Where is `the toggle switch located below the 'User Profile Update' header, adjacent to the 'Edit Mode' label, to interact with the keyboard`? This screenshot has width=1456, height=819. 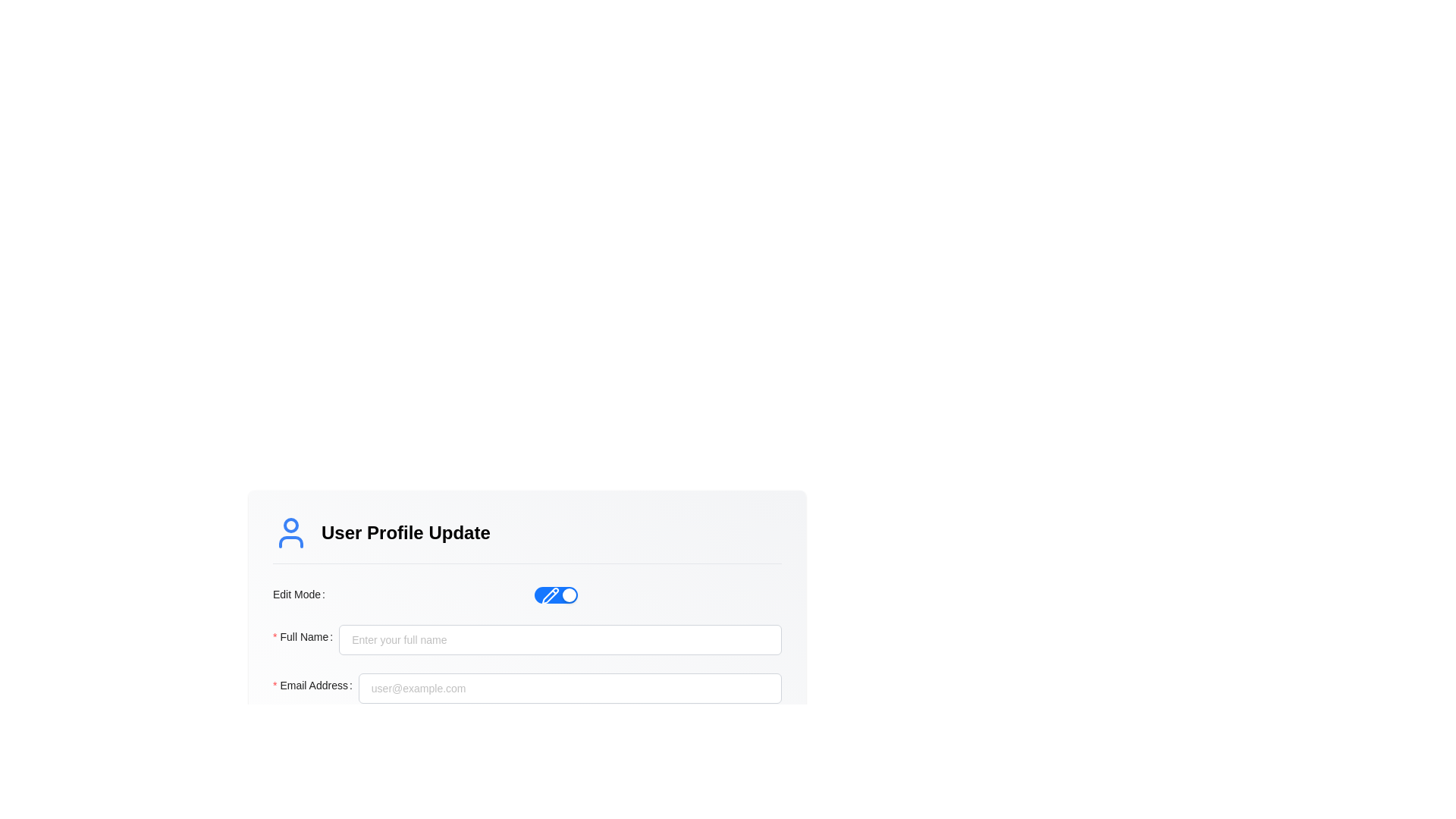
the toggle switch located below the 'User Profile Update' header, adjacent to the 'Edit Mode' label, to interact with the keyboard is located at coordinates (527, 587).